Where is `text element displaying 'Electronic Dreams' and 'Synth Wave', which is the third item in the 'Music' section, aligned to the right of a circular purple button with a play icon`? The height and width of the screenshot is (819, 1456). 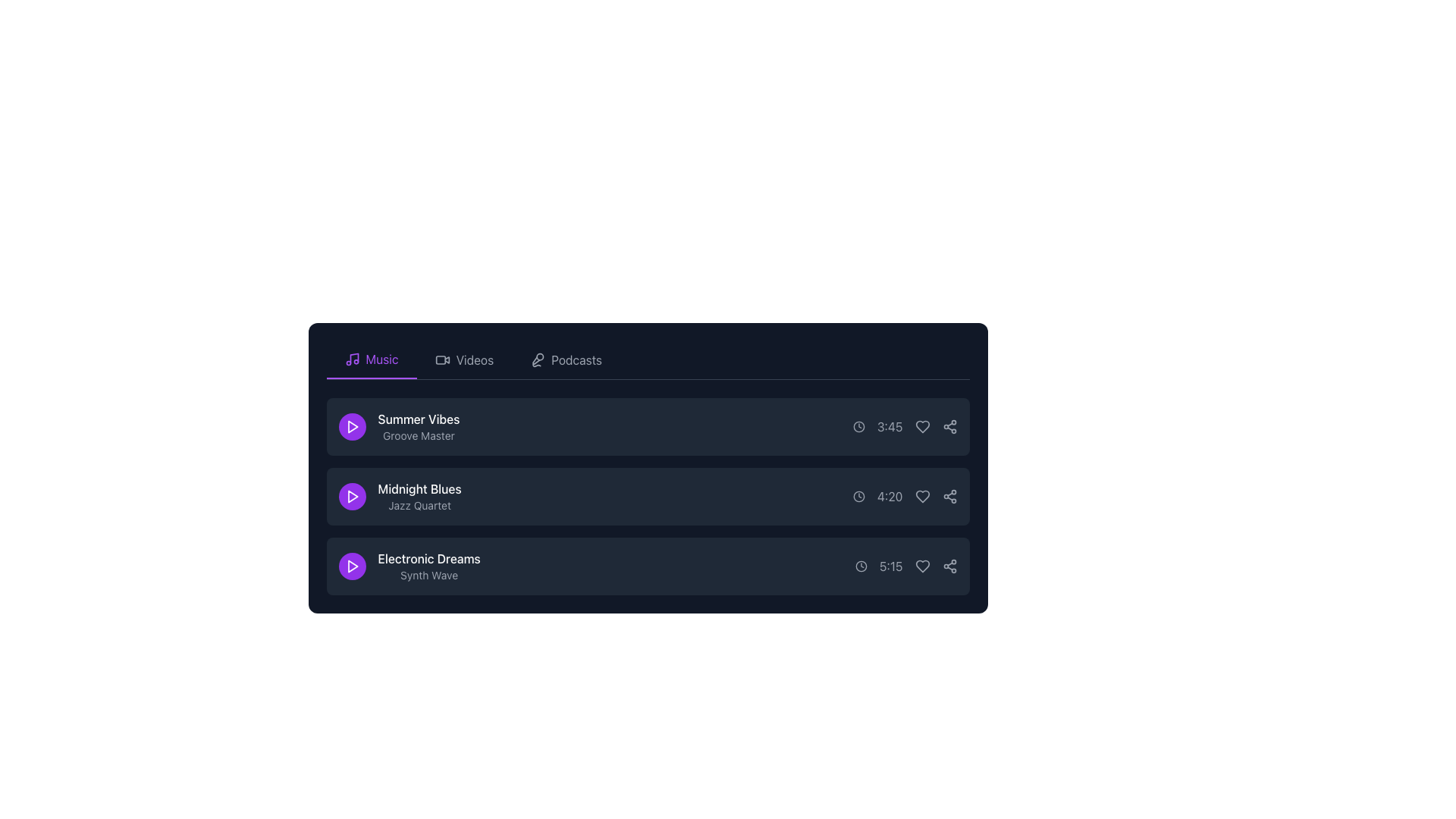 text element displaying 'Electronic Dreams' and 'Synth Wave', which is the third item in the 'Music' section, aligned to the right of a circular purple button with a play icon is located at coordinates (409, 566).